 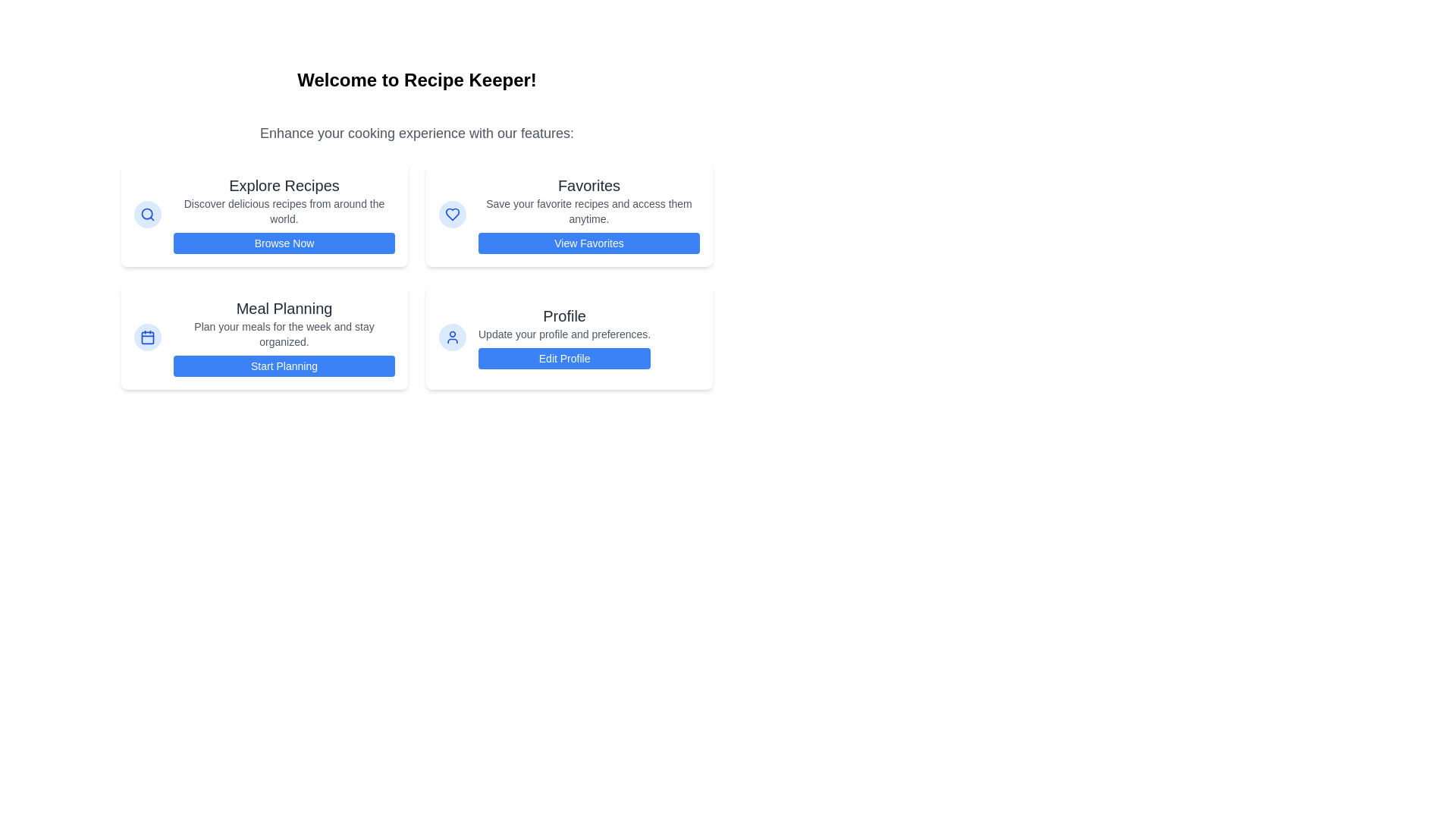 I want to click on the circular SVG graphic representing a magnifying glass in the 'Explore Recipes' card located in the upper-left section of the interface, so click(x=147, y=214).